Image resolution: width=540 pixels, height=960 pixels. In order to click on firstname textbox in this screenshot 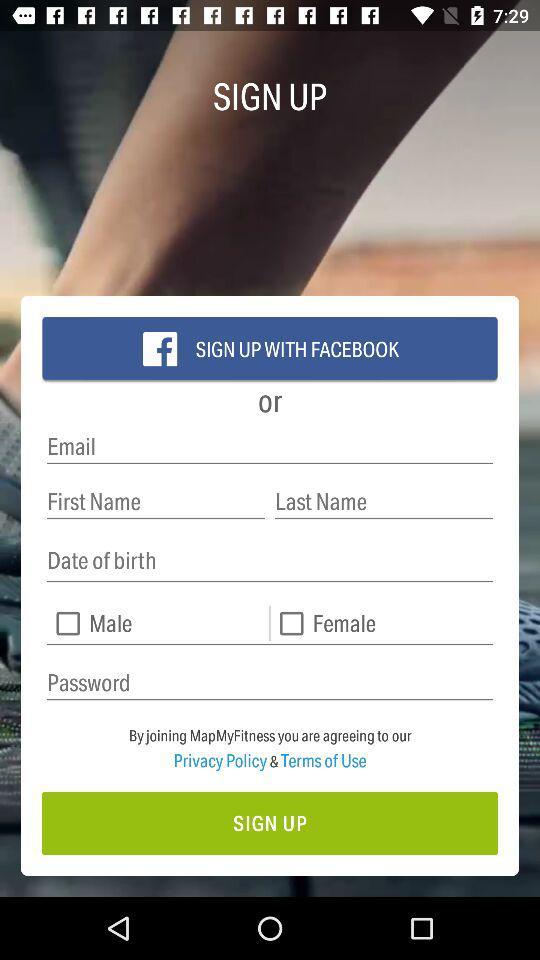, I will do `click(155, 500)`.